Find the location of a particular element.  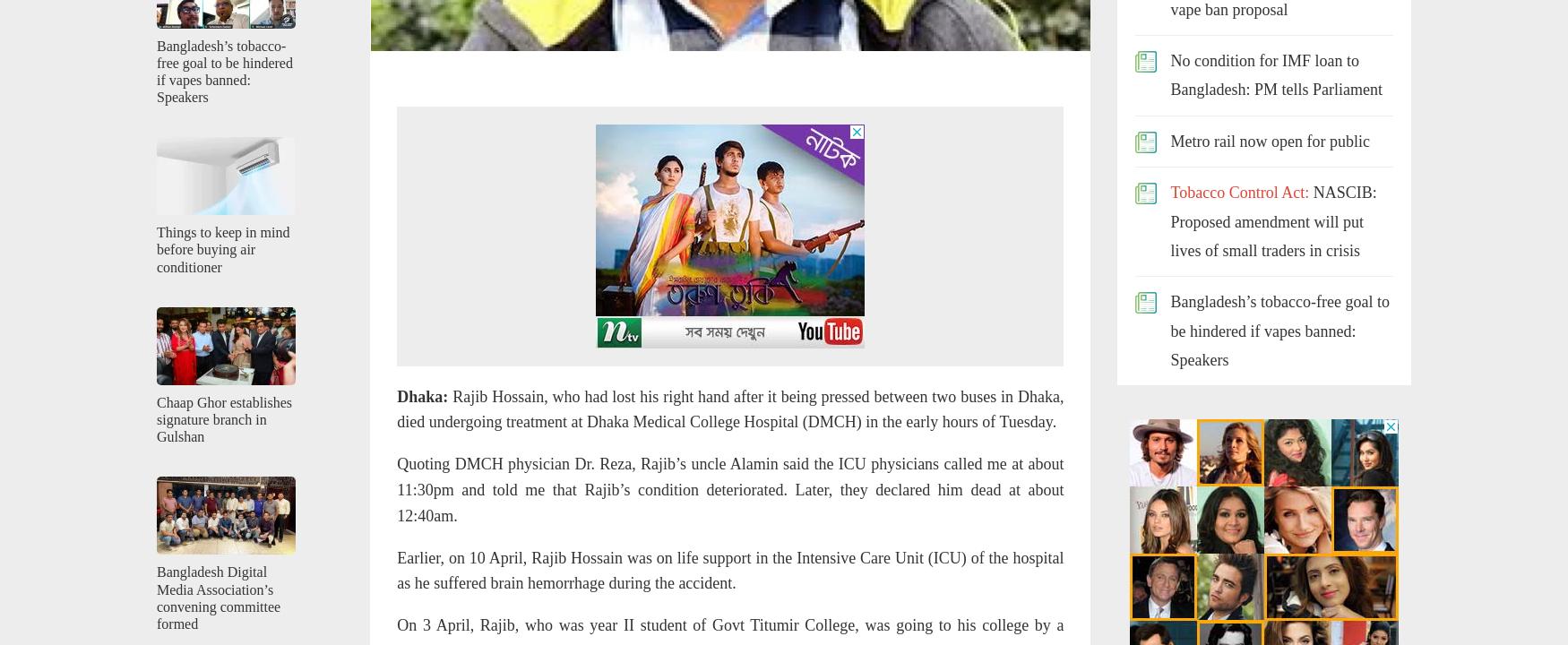

'Metro rail now open for public' is located at coordinates (1268, 140).